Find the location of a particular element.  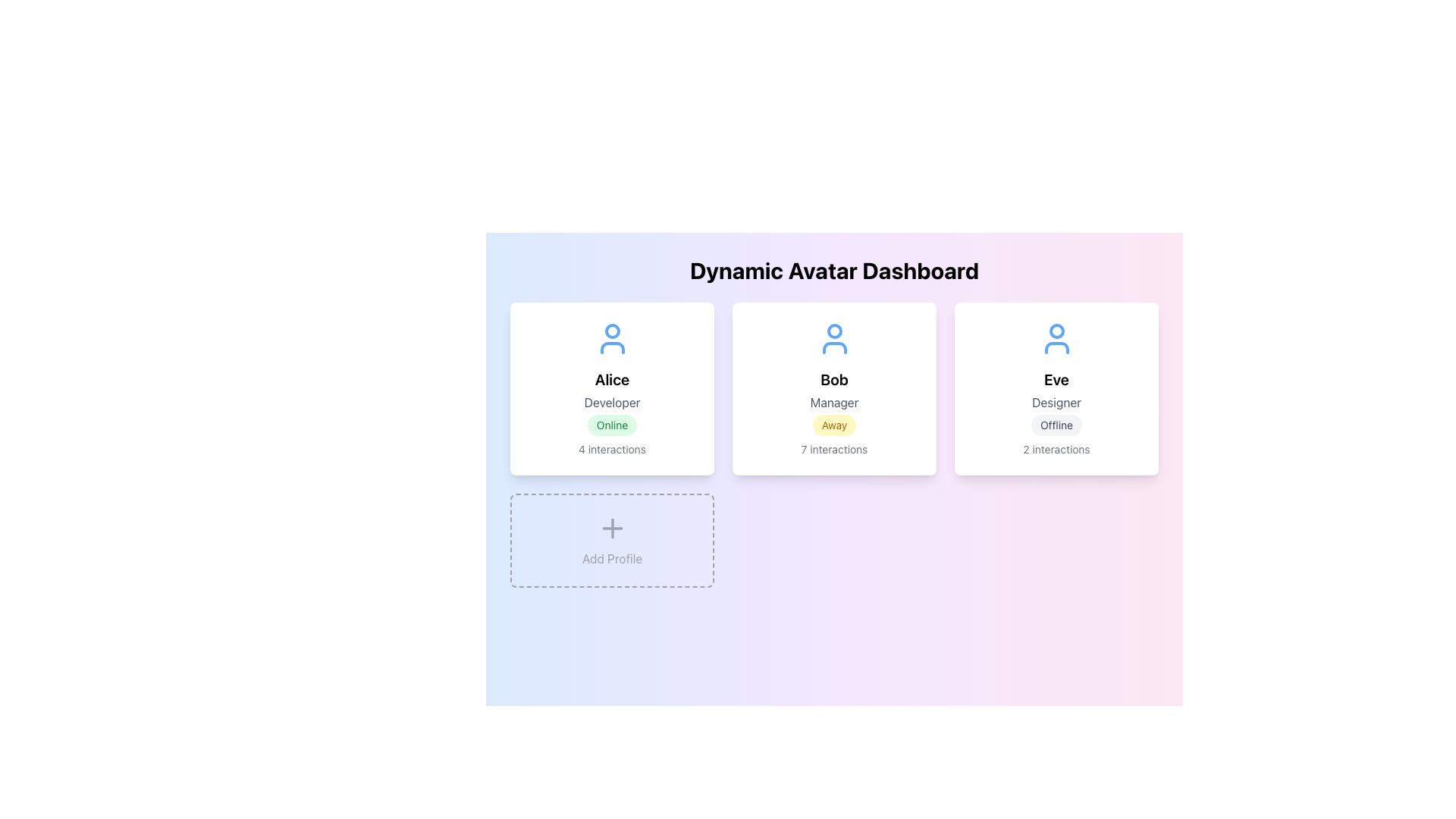

the Circular SVG graphic representing the head of user Alice located at the top-center of the leftmost user card is located at coordinates (612, 330).